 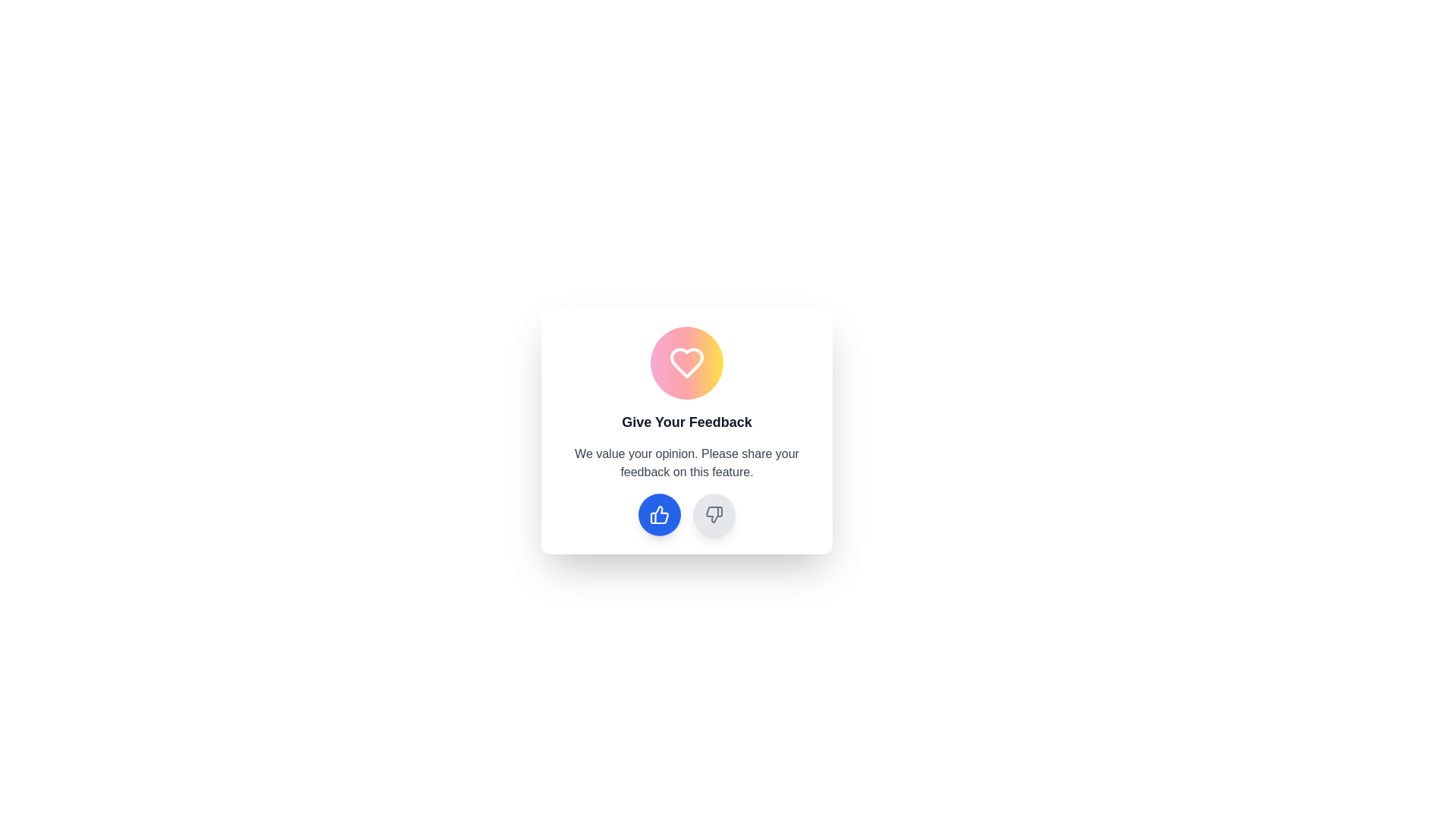 I want to click on the header text that draws attention to the feedback section, positioned centrally under an icon and above a feedback encouragement paragraph, so click(x=686, y=422).